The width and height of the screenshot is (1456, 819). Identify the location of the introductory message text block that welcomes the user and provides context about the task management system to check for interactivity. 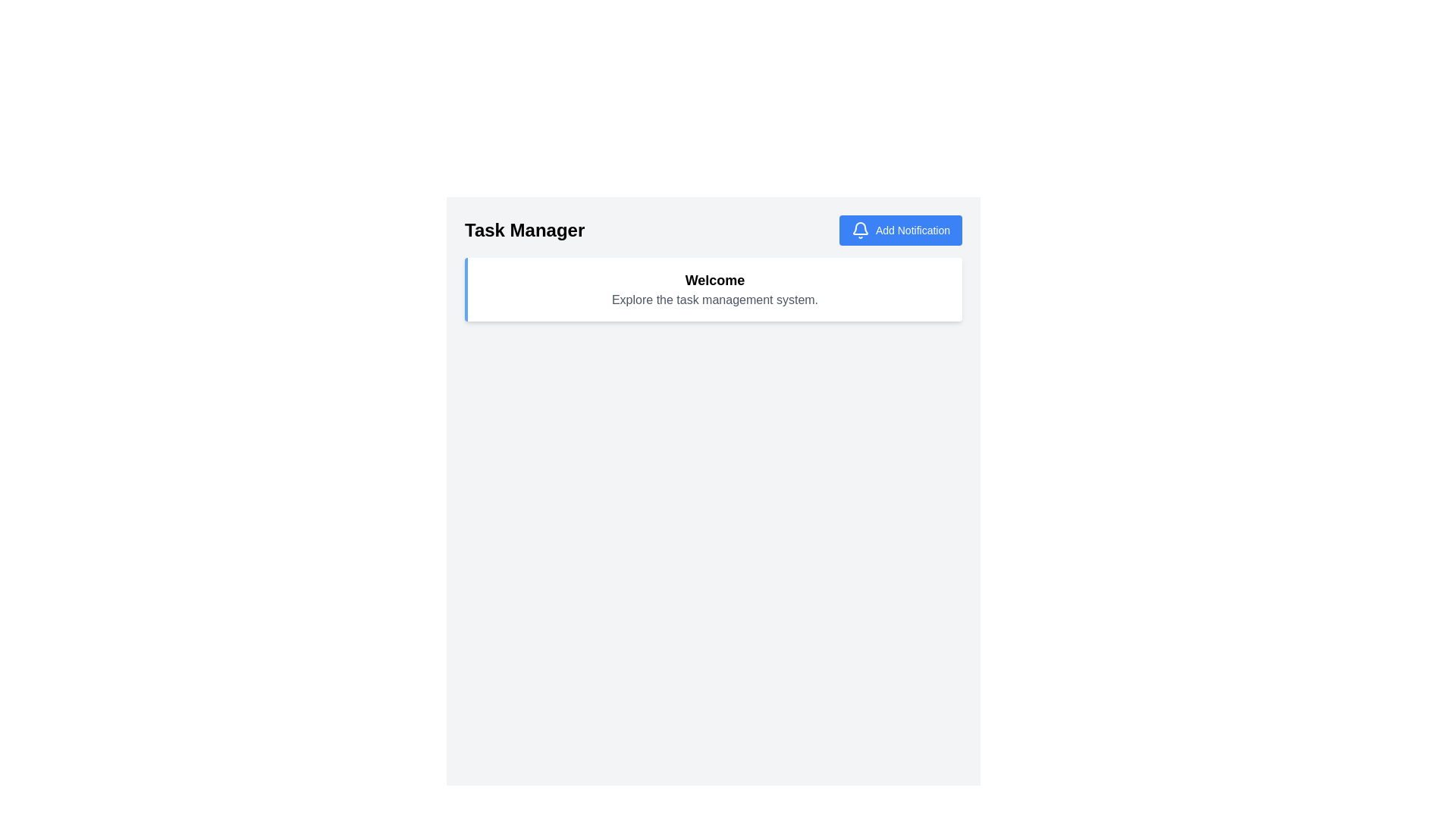
(712, 289).